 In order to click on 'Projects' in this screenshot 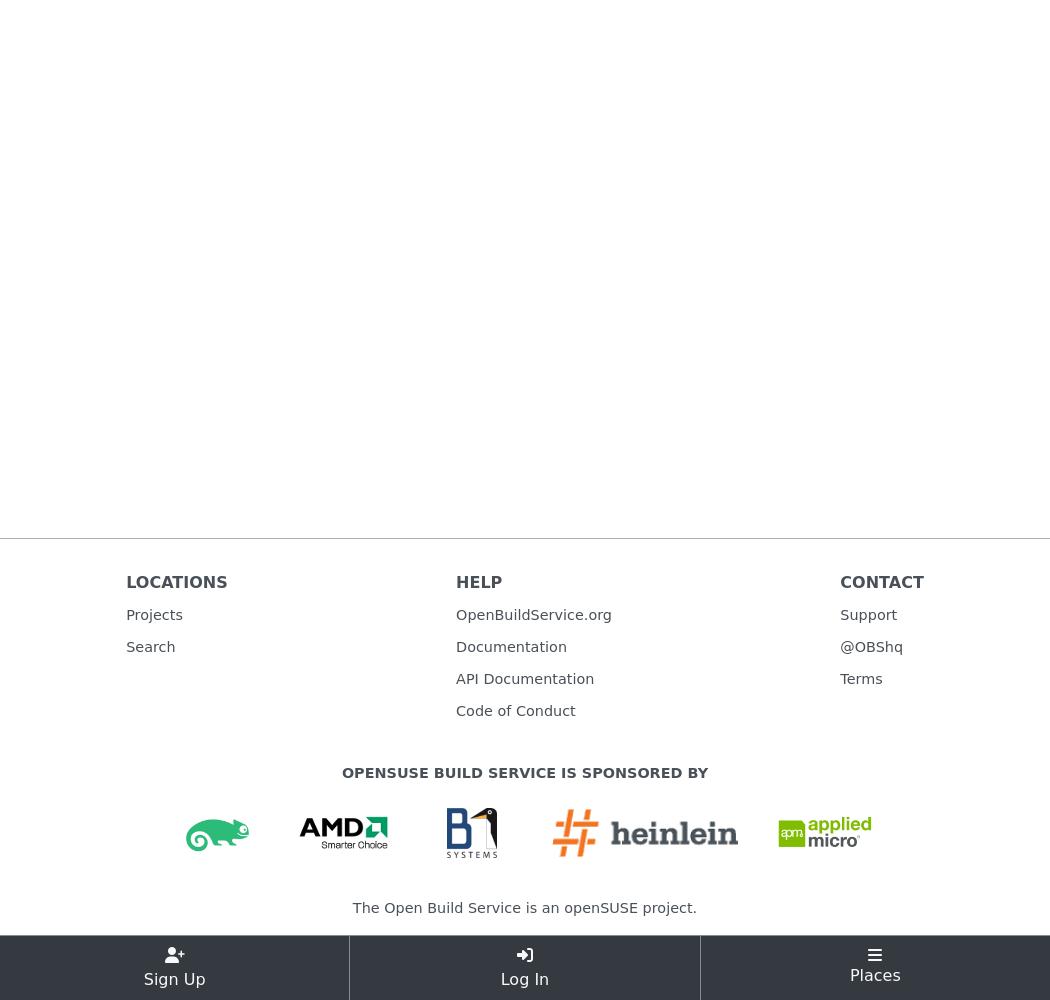, I will do `click(154, 613)`.